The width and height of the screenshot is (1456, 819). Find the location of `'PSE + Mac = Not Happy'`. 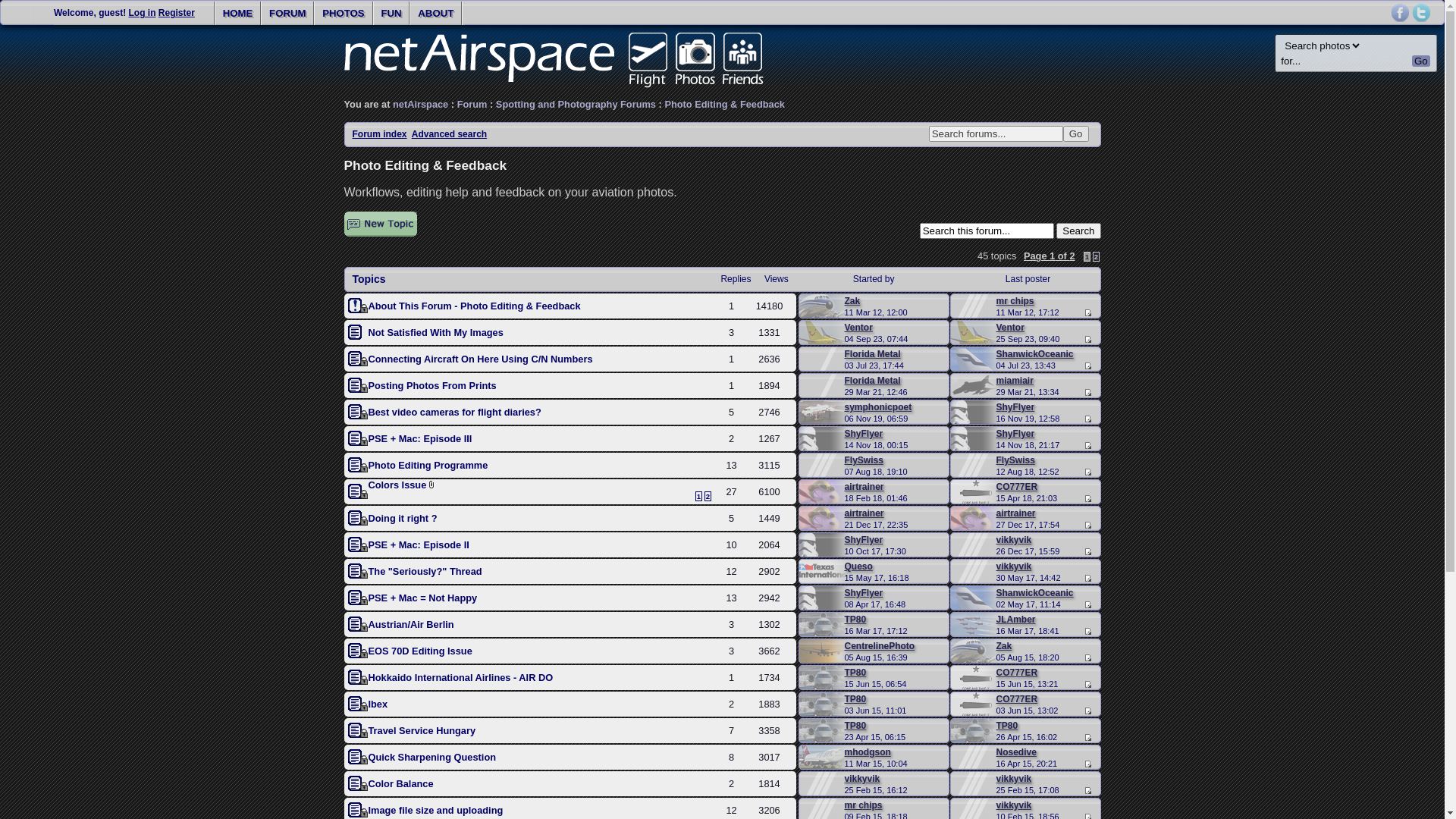

'PSE + Mac = Not Happy' is located at coordinates (422, 597).